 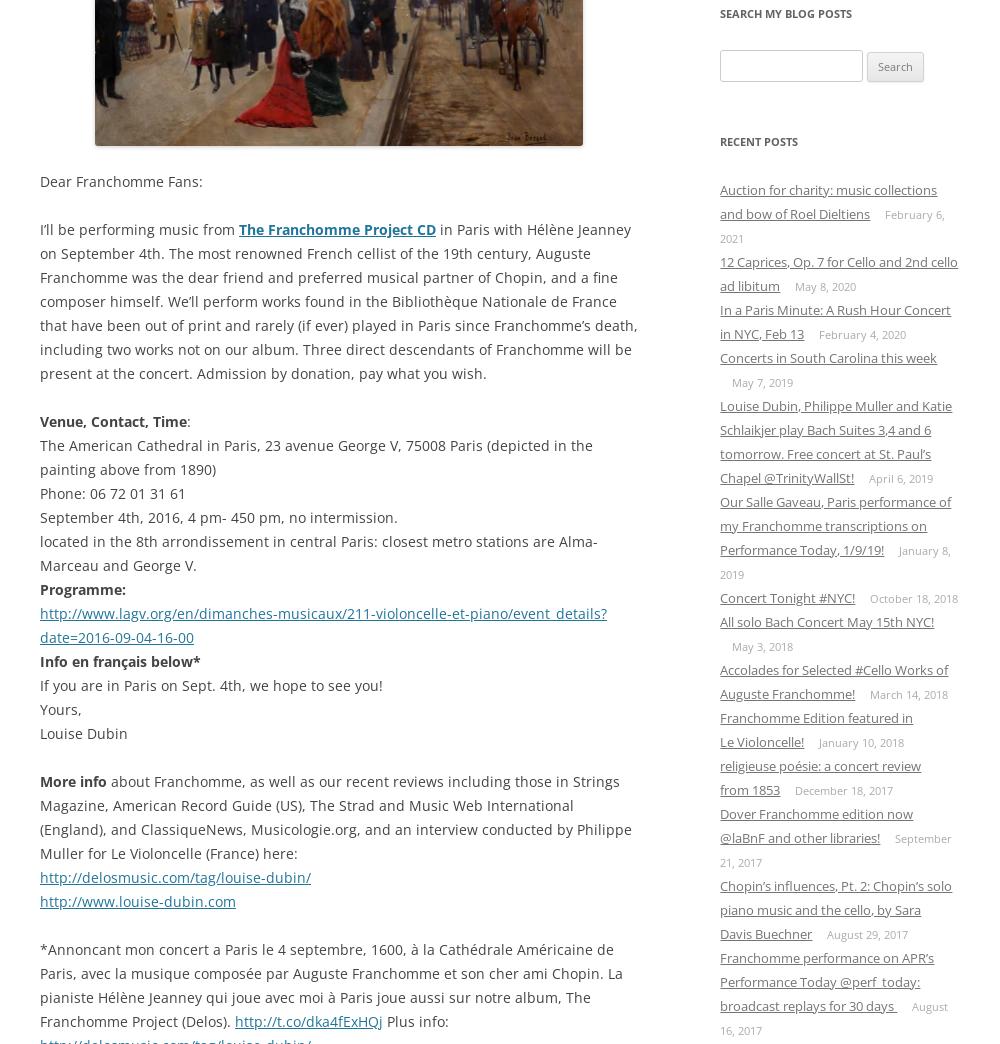 What do you see at coordinates (112, 492) in the screenshot?
I see `'Phone: 06 72 01 31 61'` at bounding box center [112, 492].